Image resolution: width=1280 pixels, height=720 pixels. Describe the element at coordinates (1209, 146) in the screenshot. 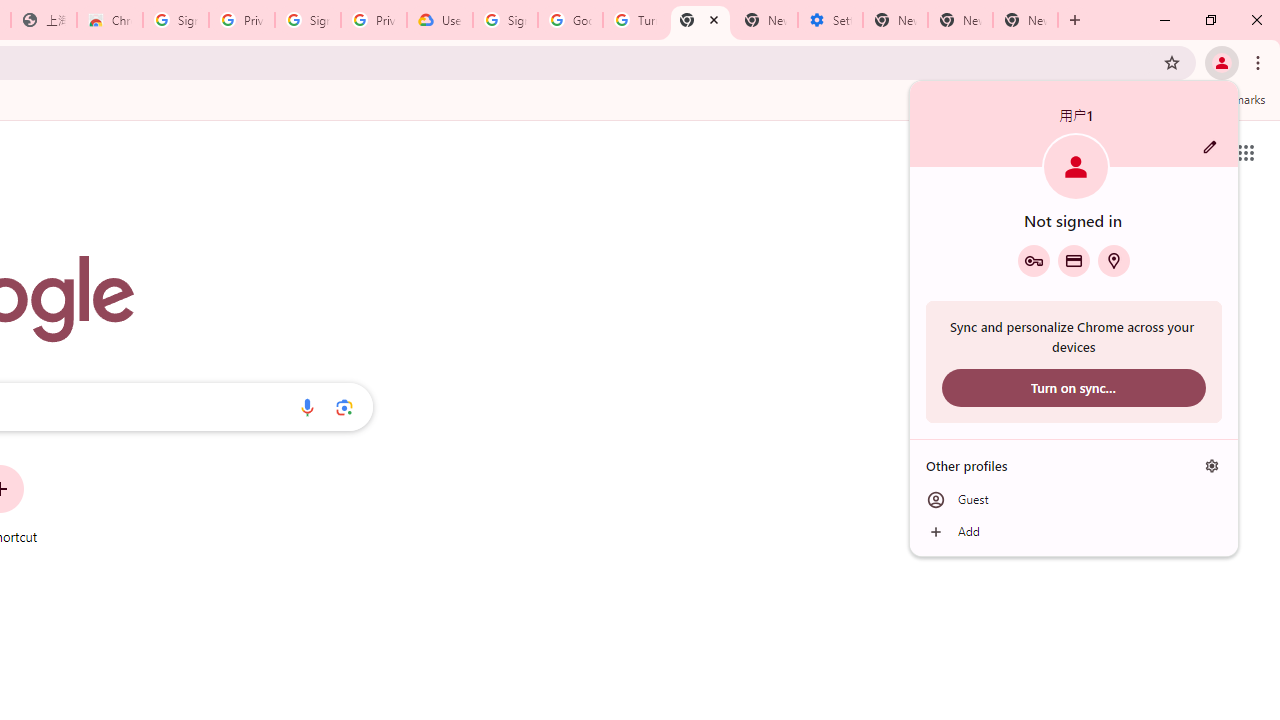

I see `'Customize profile'` at that location.